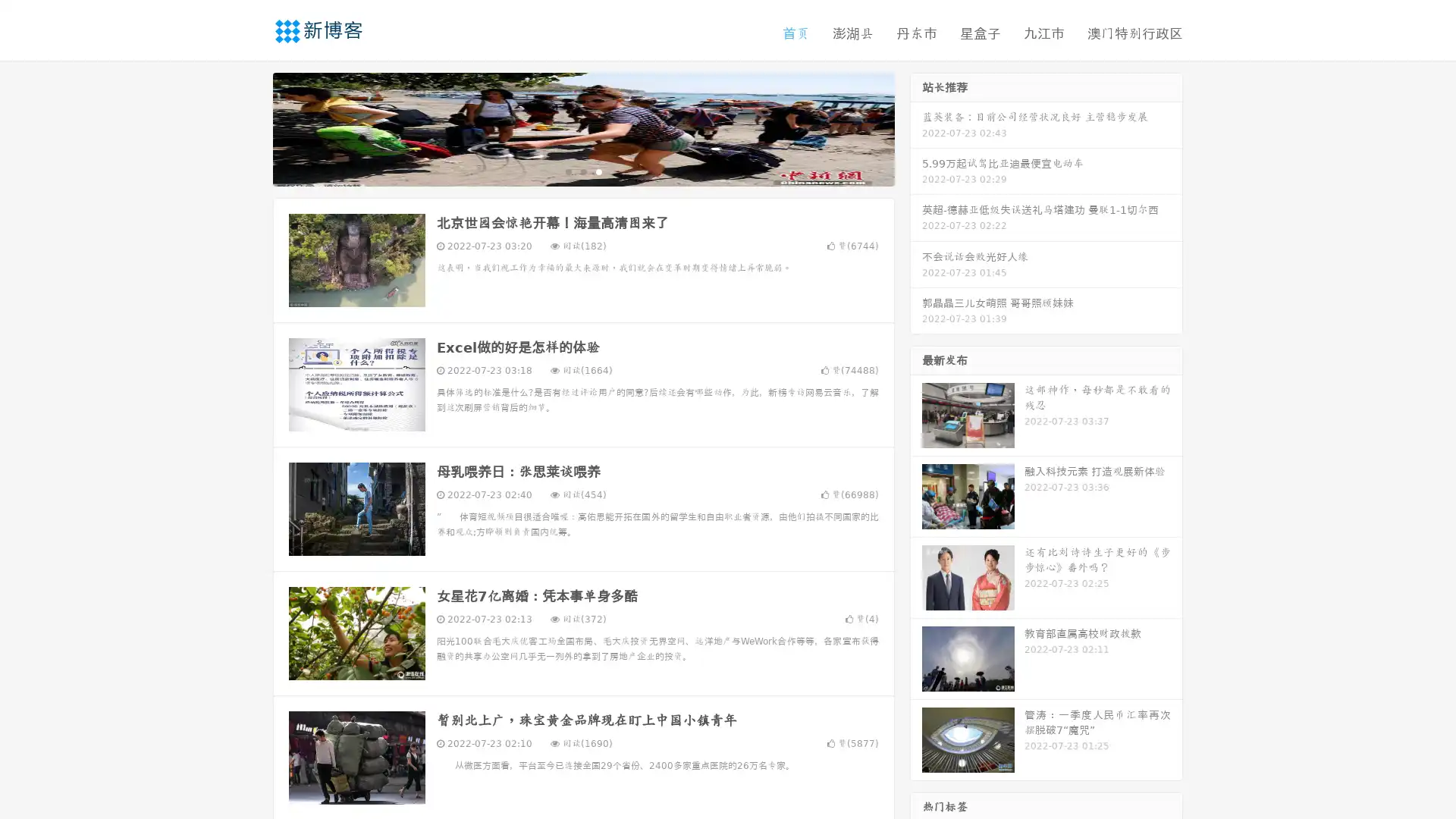  What do you see at coordinates (567, 171) in the screenshot?
I see `Go to slide 1` at bounding box center [567, 171].